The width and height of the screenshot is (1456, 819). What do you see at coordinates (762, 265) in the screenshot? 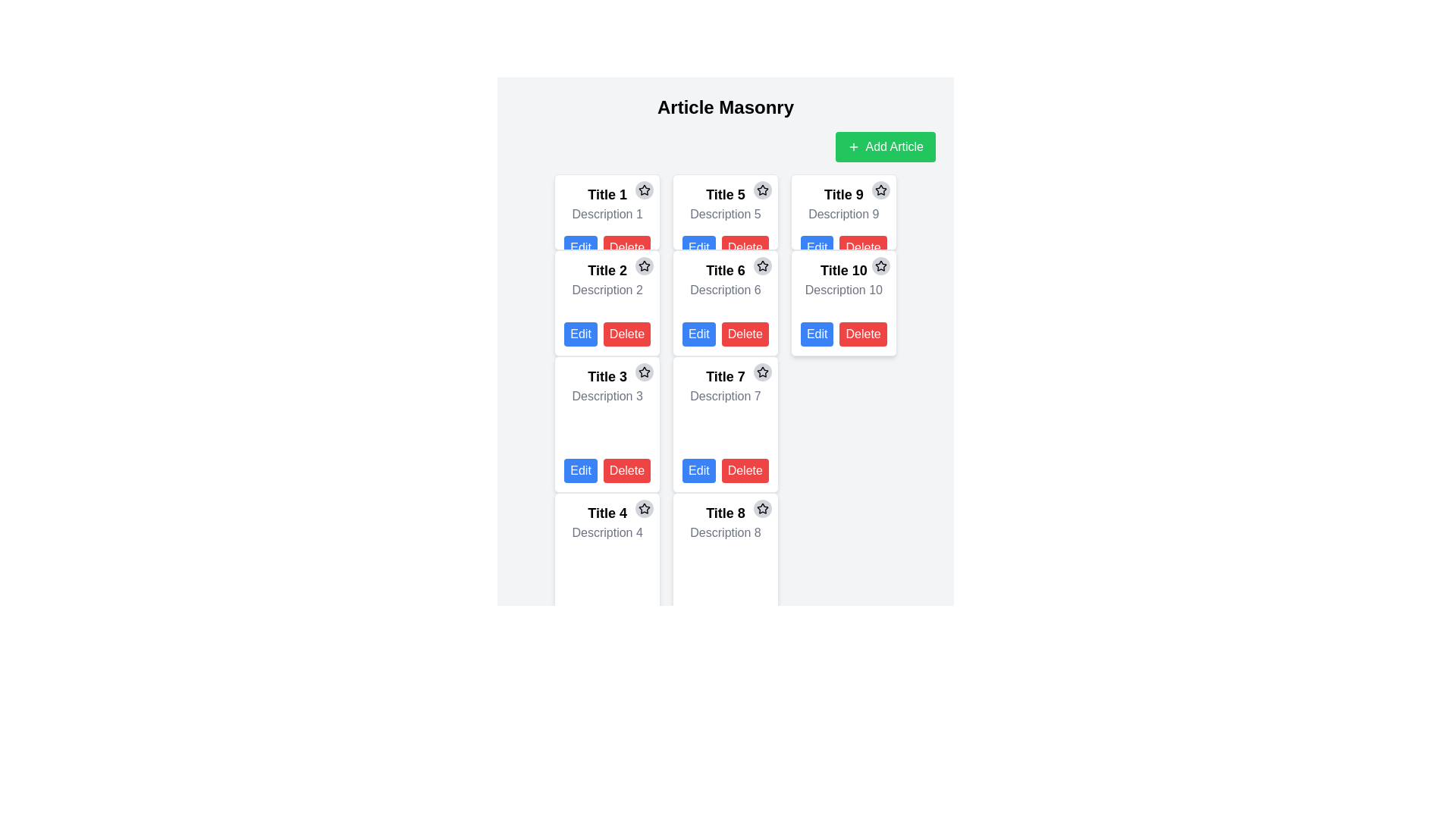
I see `the star-shaped icon in the top-right corner of the card labeled 'Title 6' to interact with it` at bounding box center [762, 265].